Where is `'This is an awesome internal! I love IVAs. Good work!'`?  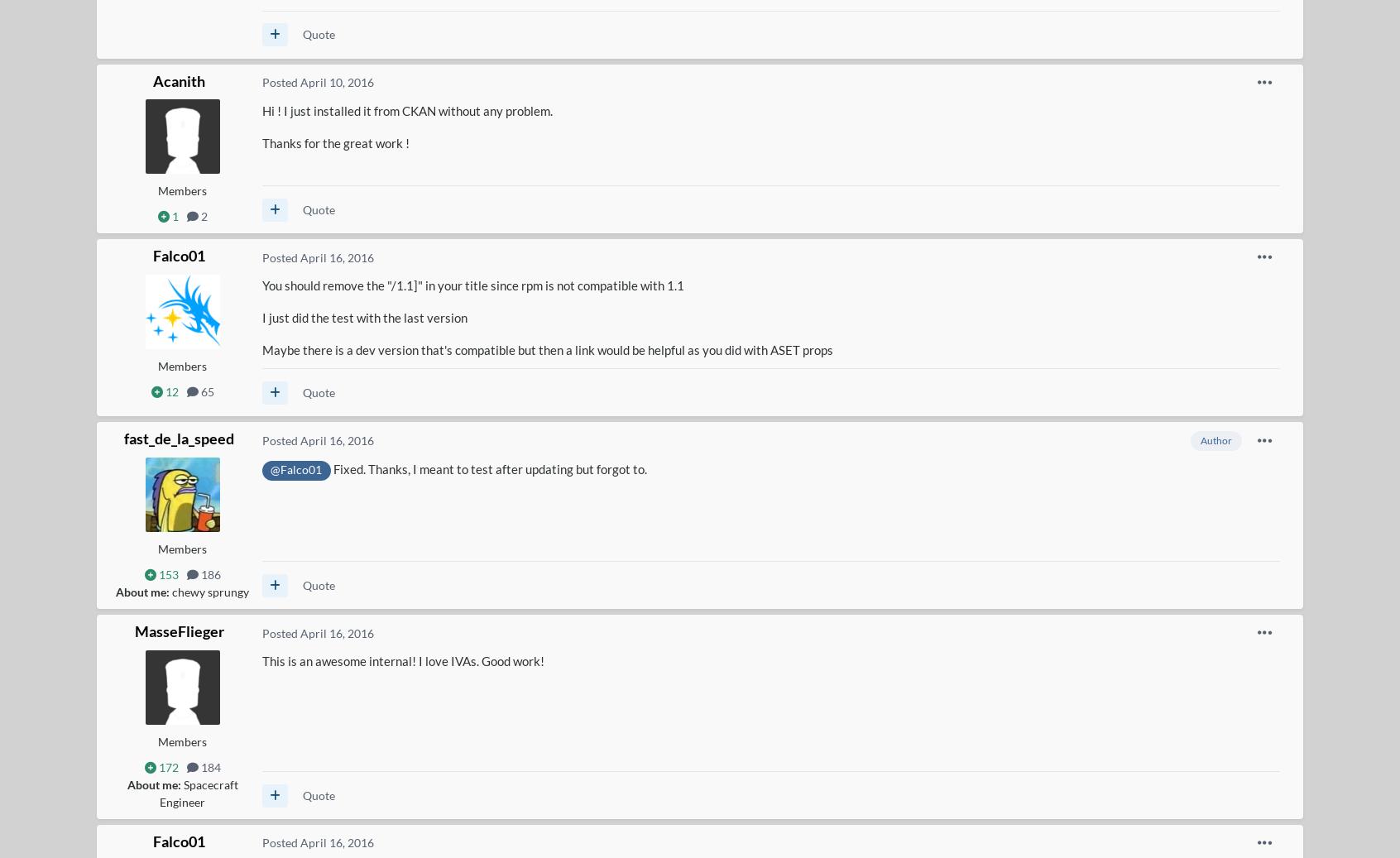 'This is an awesome internal! I love IVAs. Good work!' is located at coordinates (401, 661).